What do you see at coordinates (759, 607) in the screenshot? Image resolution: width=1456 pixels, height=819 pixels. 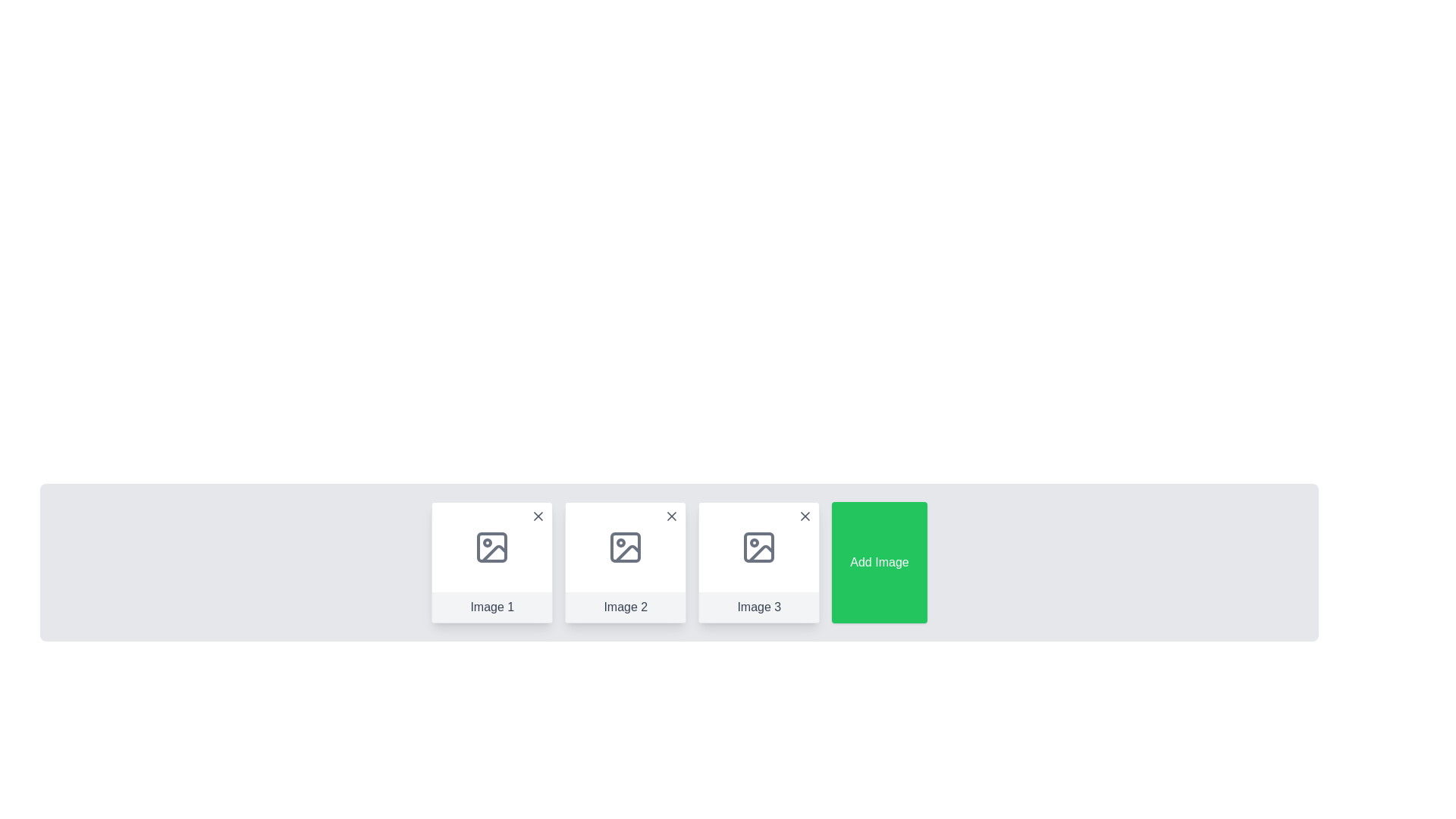 I see `the Text label that identifies the content of the third image card from the left, positioned beneath the image placeholder within its card` at bounding box center [759, 607].